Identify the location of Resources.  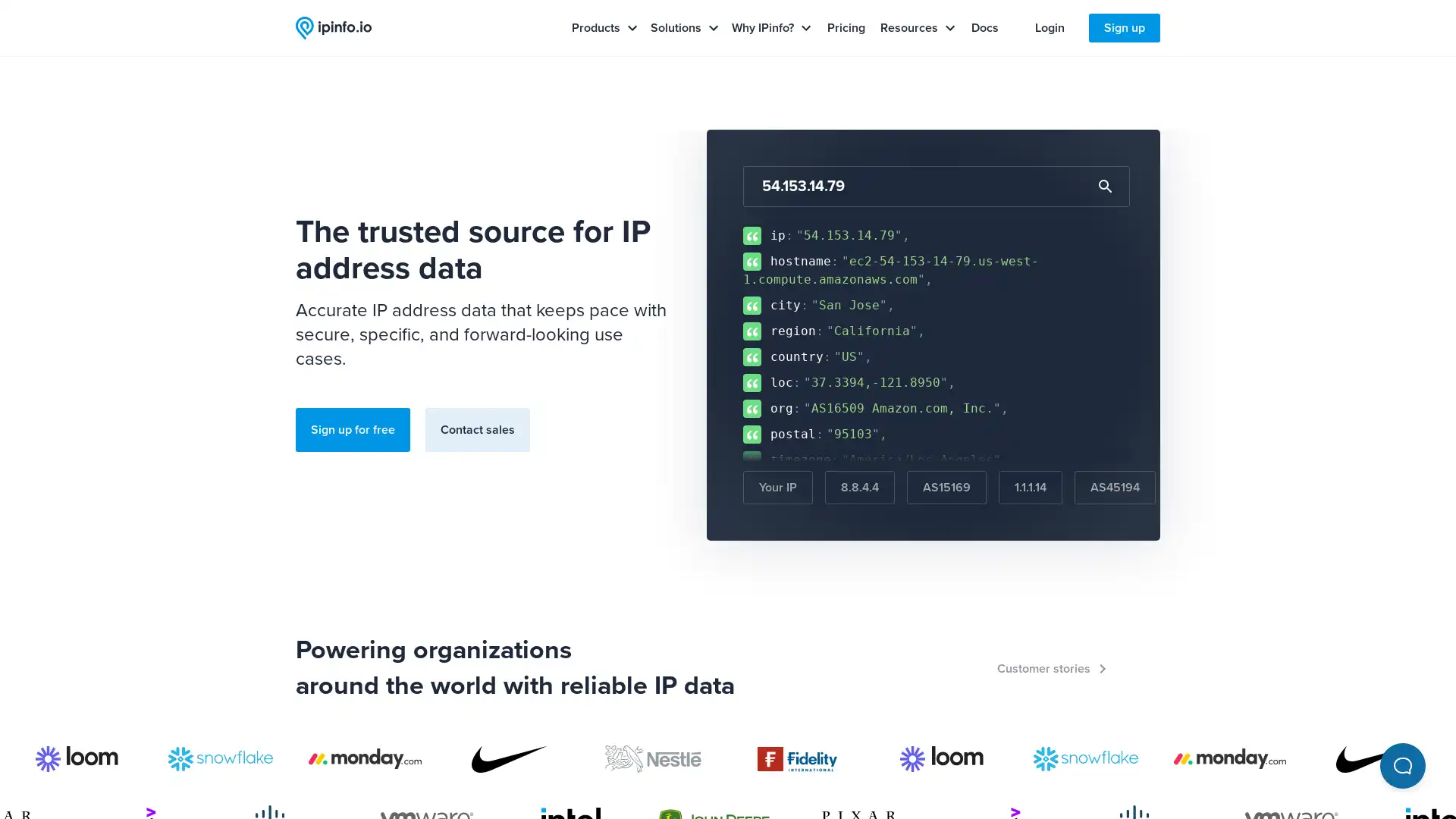
(917, 28).